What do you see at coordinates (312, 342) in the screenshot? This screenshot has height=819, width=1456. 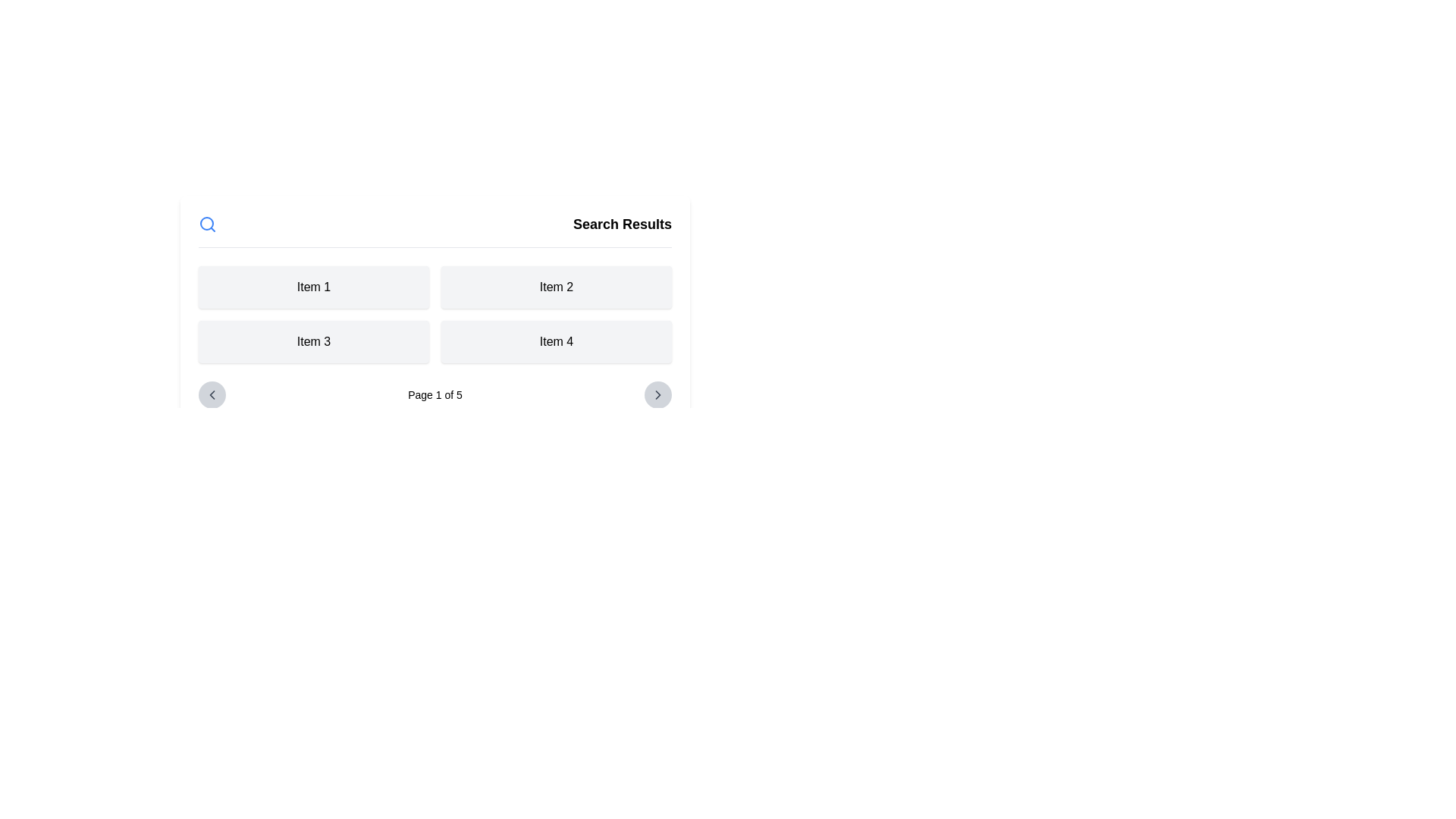 I see `the Static box element located in the second row and first column of the 2x2 grid` at bounding box center [312, 342].